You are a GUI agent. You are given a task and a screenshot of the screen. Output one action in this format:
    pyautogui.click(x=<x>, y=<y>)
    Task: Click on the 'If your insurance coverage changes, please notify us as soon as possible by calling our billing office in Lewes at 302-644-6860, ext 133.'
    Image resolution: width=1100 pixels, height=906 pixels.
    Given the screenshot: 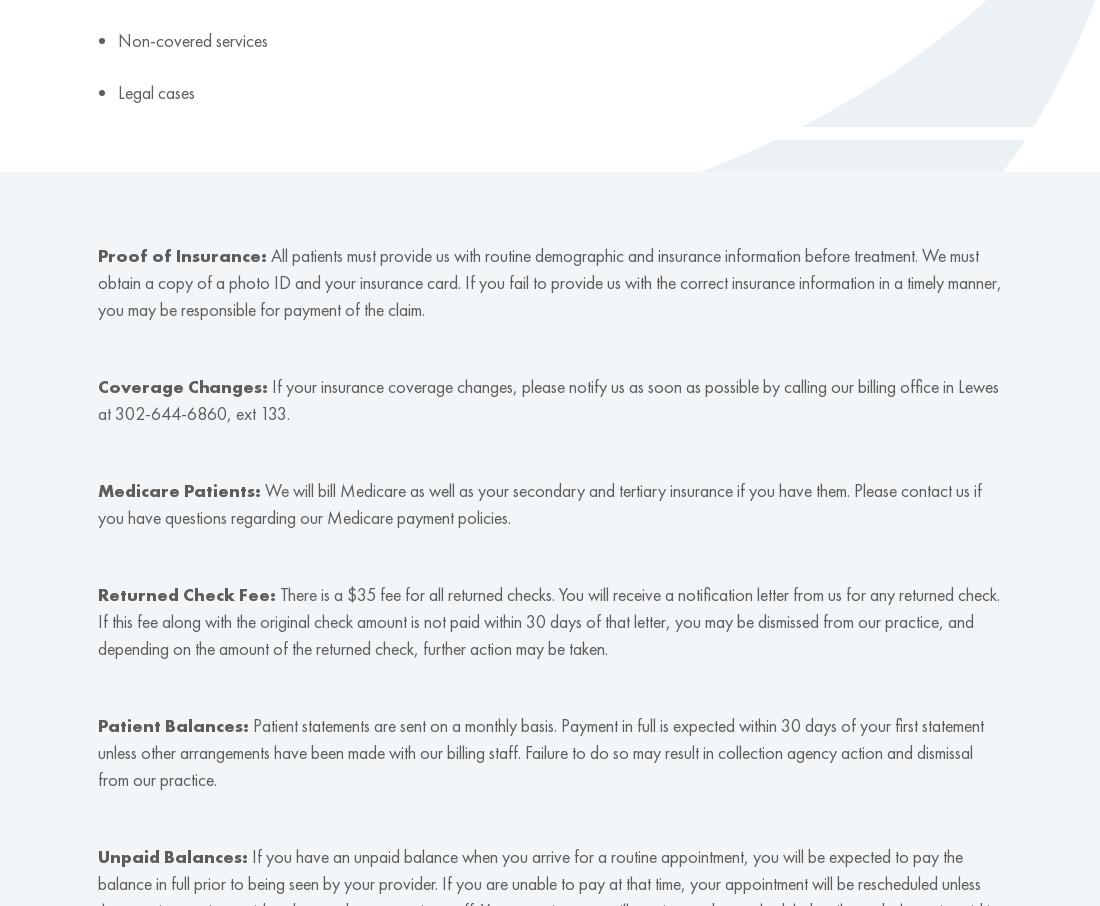 What is the action you would take?
    pyautogui.click(x=547, y=398)
    